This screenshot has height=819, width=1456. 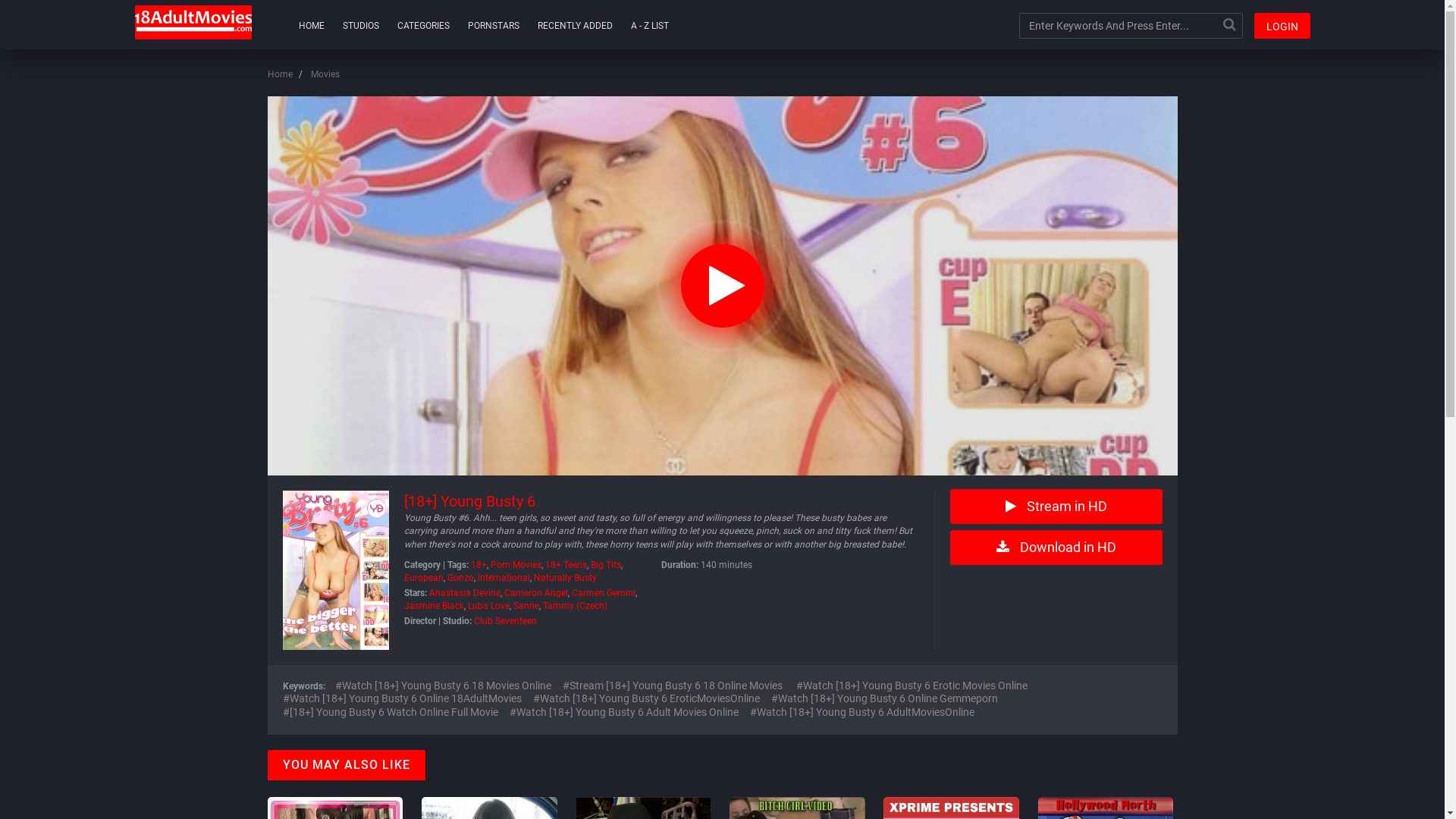 What do you see at coordinates (504, 620) in the screenshot?
I see `'Club Seventeen'` at bounding box center [504, 620].